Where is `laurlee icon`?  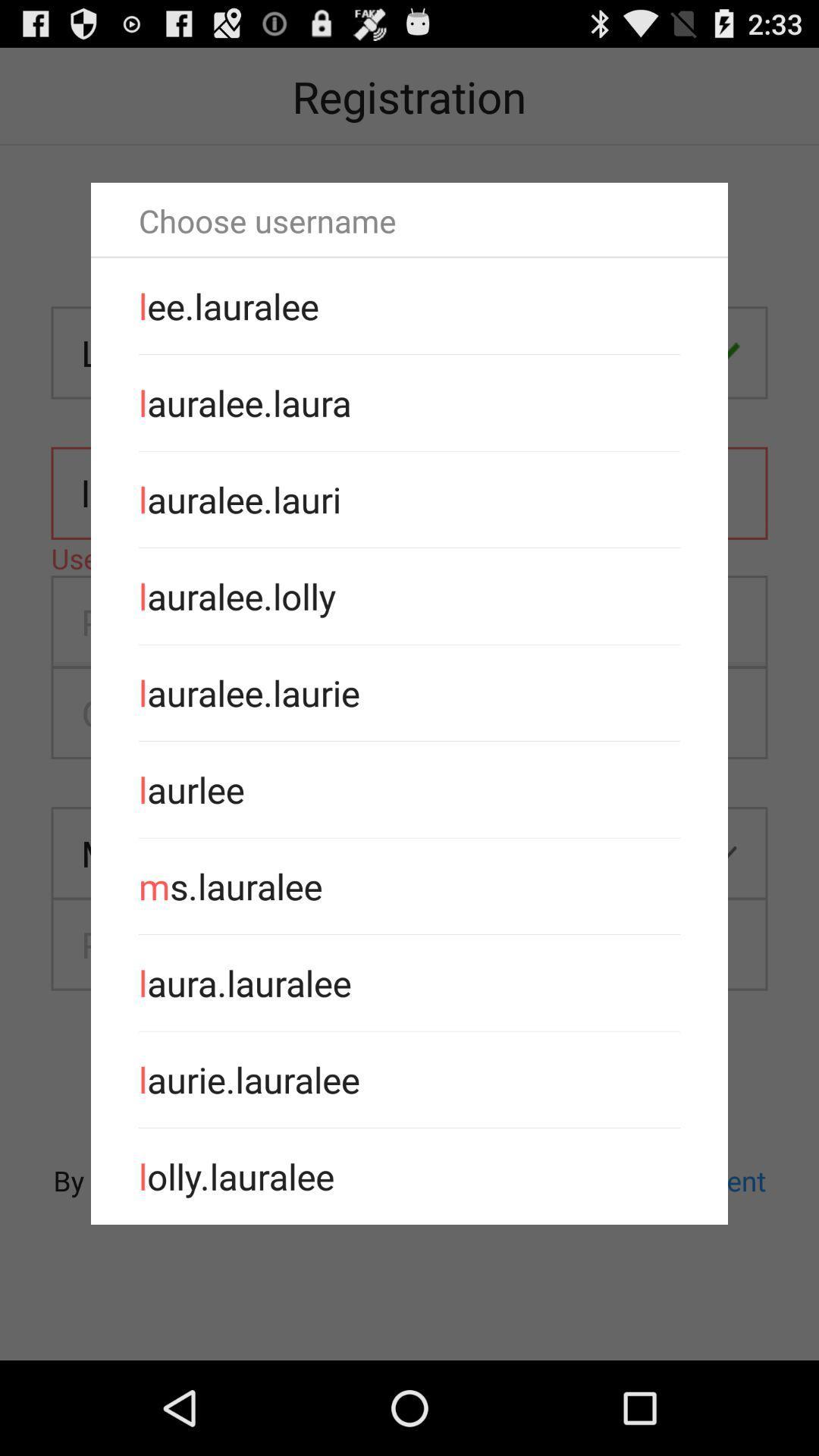 laurlee icon is located at coordinates (409, 789).